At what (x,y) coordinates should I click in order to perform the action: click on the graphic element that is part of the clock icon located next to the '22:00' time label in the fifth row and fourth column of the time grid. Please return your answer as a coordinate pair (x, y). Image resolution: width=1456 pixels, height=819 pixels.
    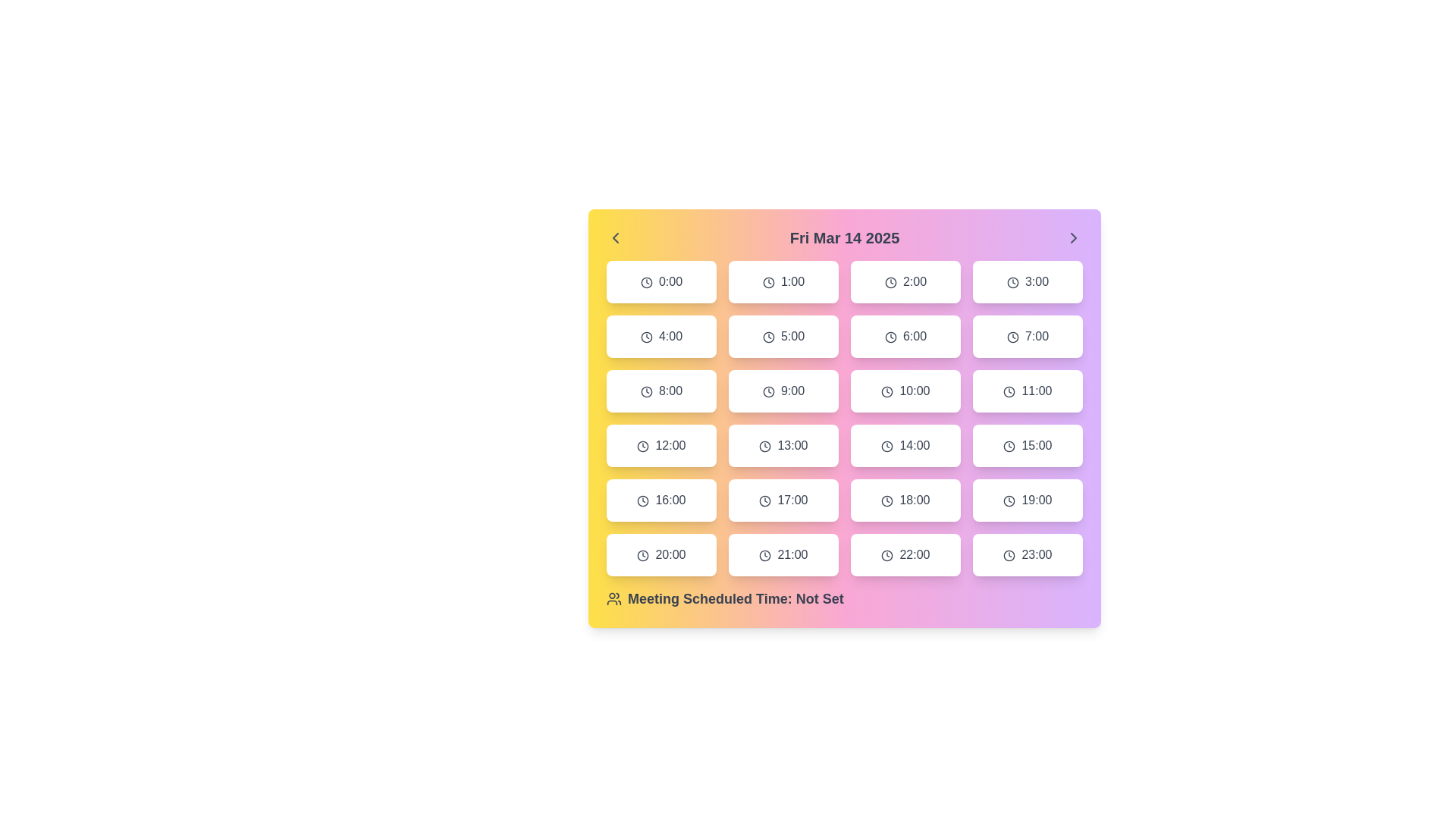
    Looking at the image, I should click on (887, 555).